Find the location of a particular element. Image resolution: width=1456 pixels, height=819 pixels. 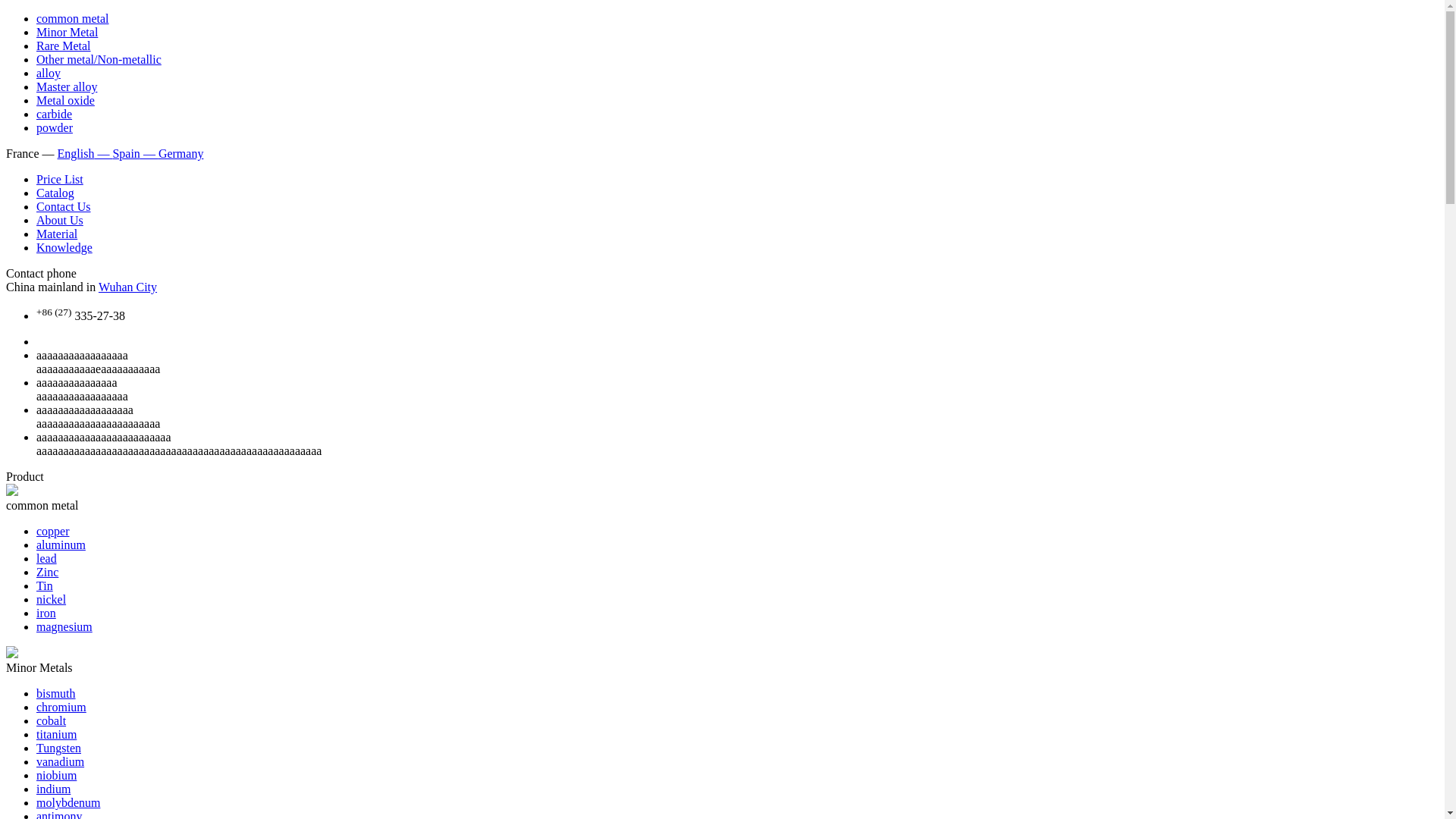

'niobium' is located at coordinates (56, 775).